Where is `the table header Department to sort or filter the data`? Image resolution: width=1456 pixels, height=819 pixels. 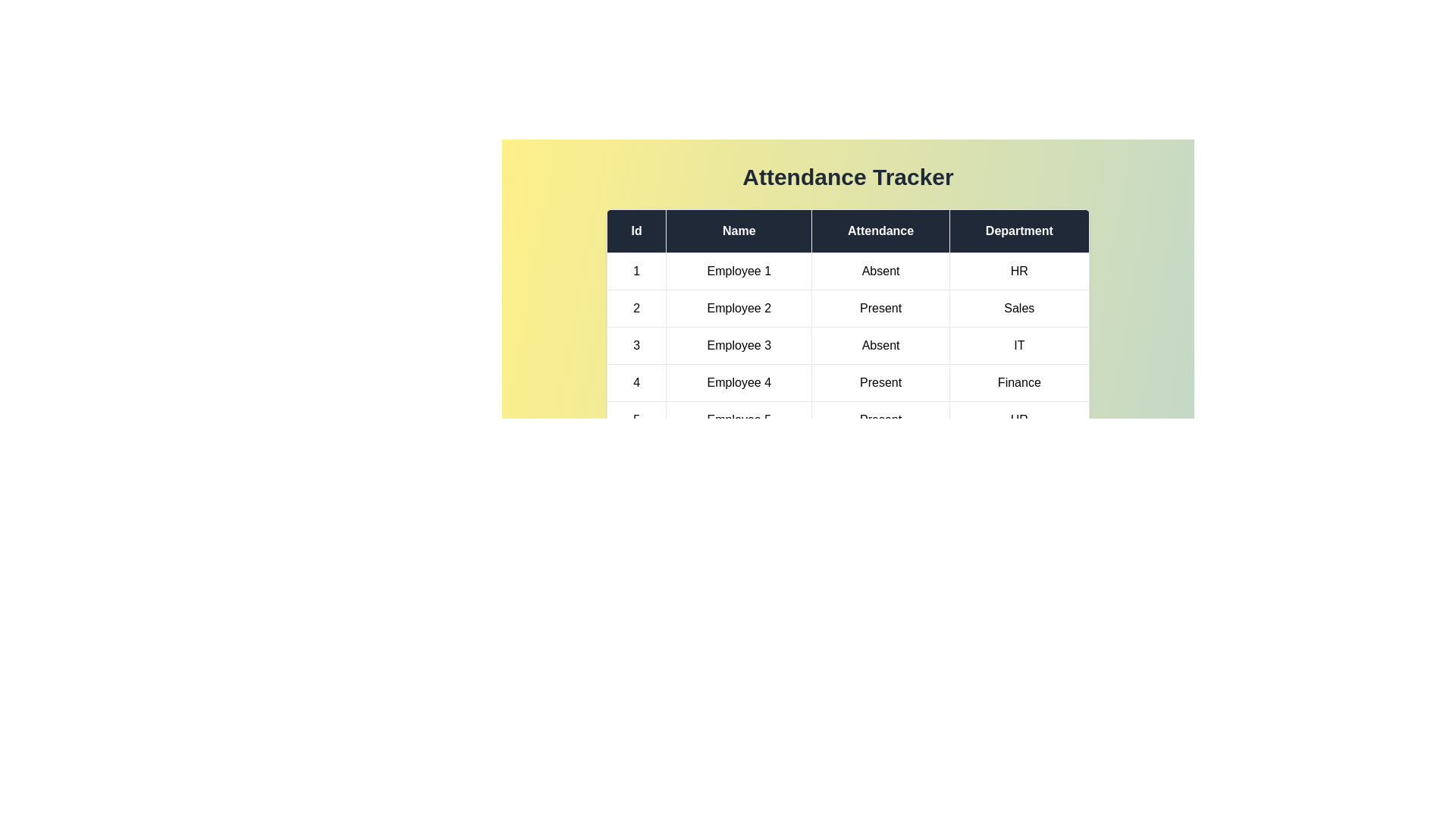
the table header Department to sort or filter the data is located at coordinates (1019, 231).